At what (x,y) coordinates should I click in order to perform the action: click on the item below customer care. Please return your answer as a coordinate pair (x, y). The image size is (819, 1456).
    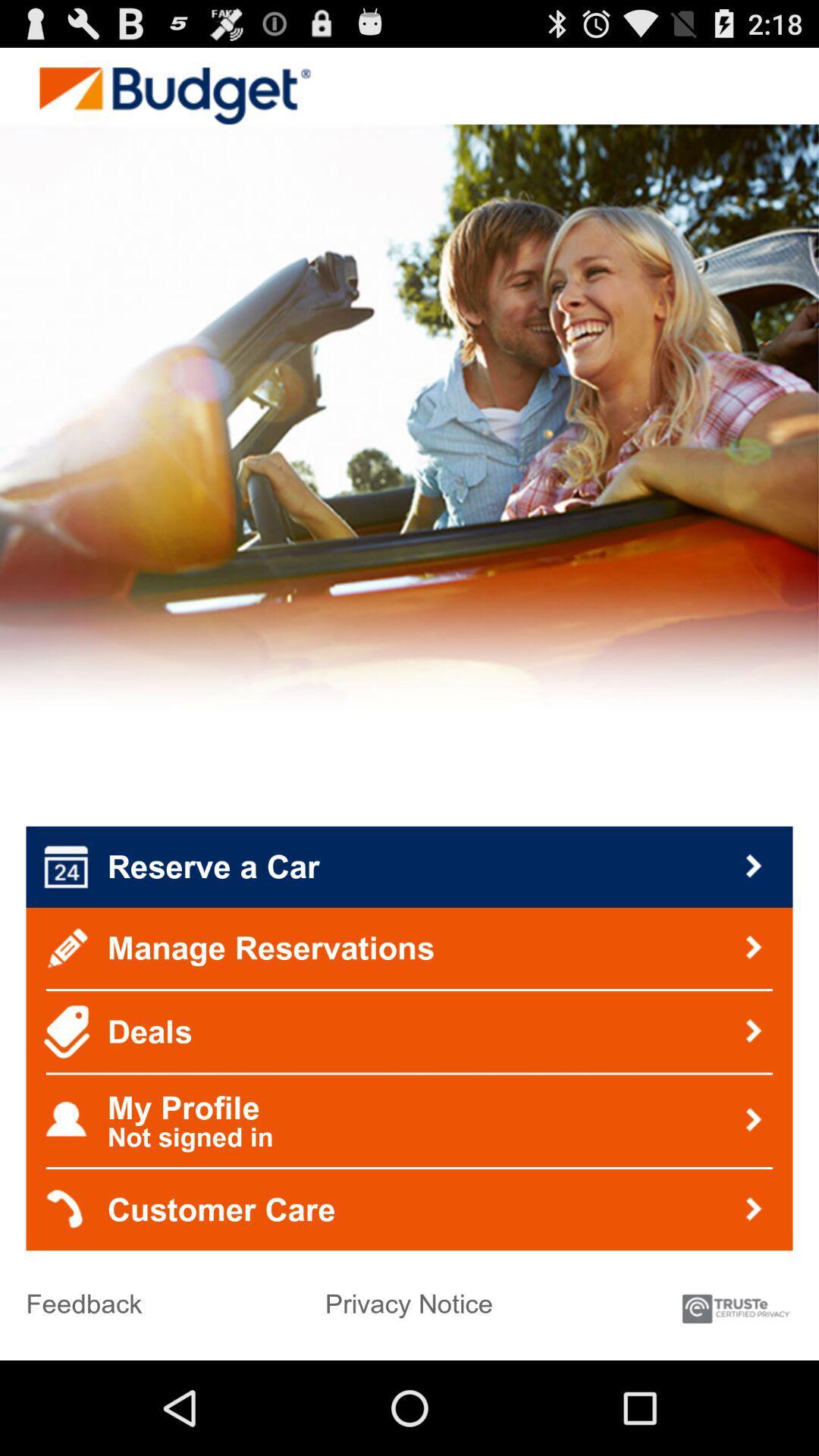
    Looking at the image, I should click on (734, 1301).